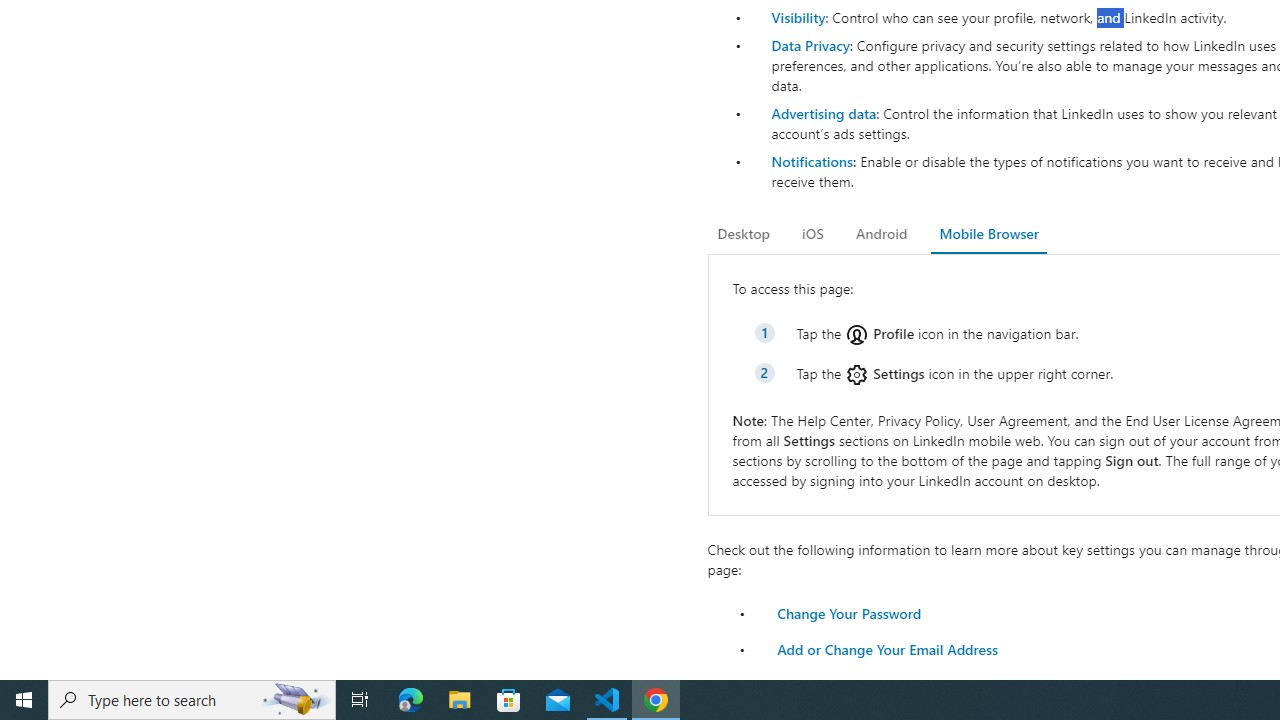  Describe the element at coordinates (797, 17) in the screenshot. I see `'Visibility'` at that location.